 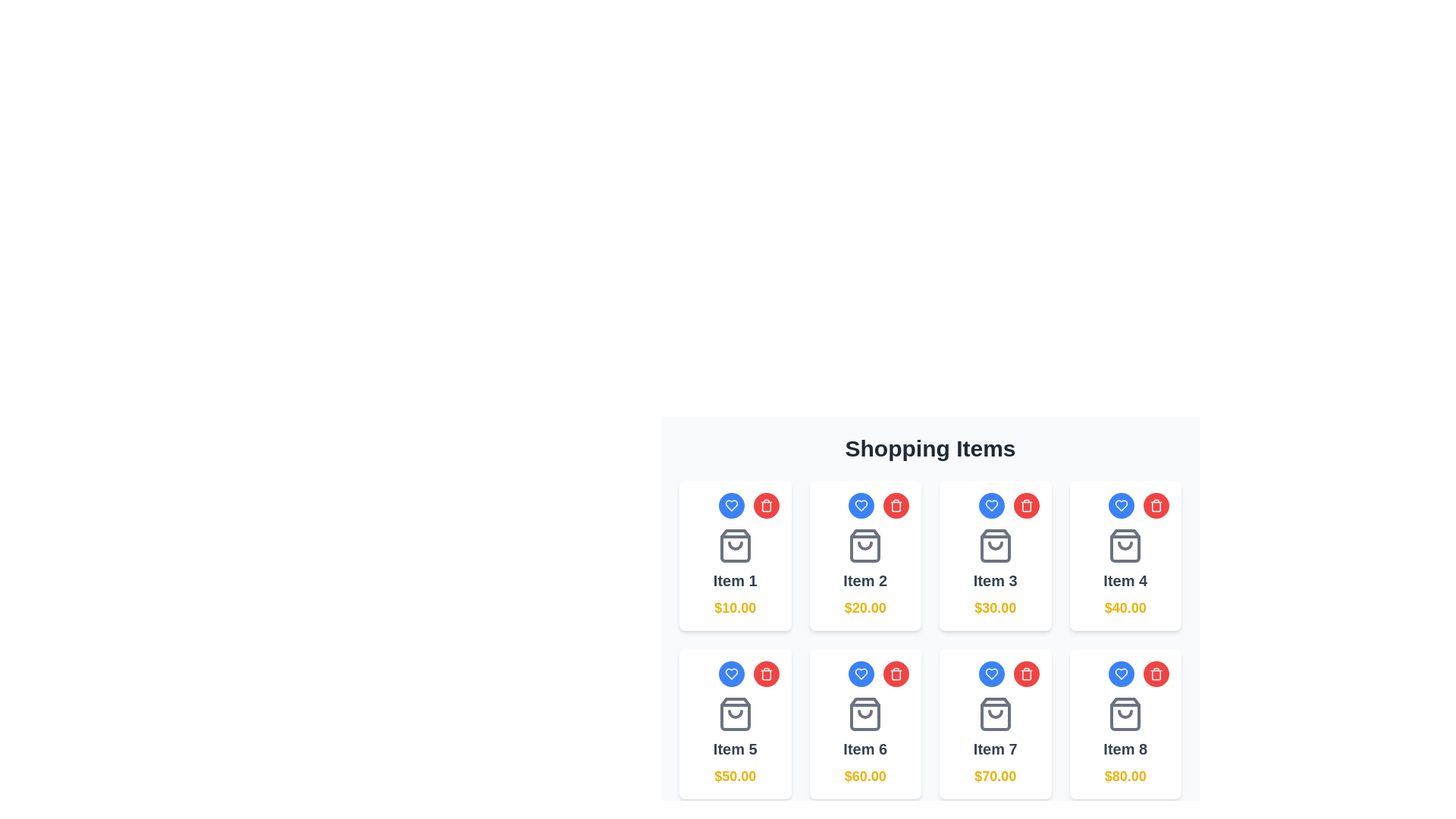 I want to click on the trash can icon located at the top-right corner of the second item in the shopping items grid, specifically on the central vertical rectangle shape of the trash can for accessibility purposes, so click(x=896, y=507).